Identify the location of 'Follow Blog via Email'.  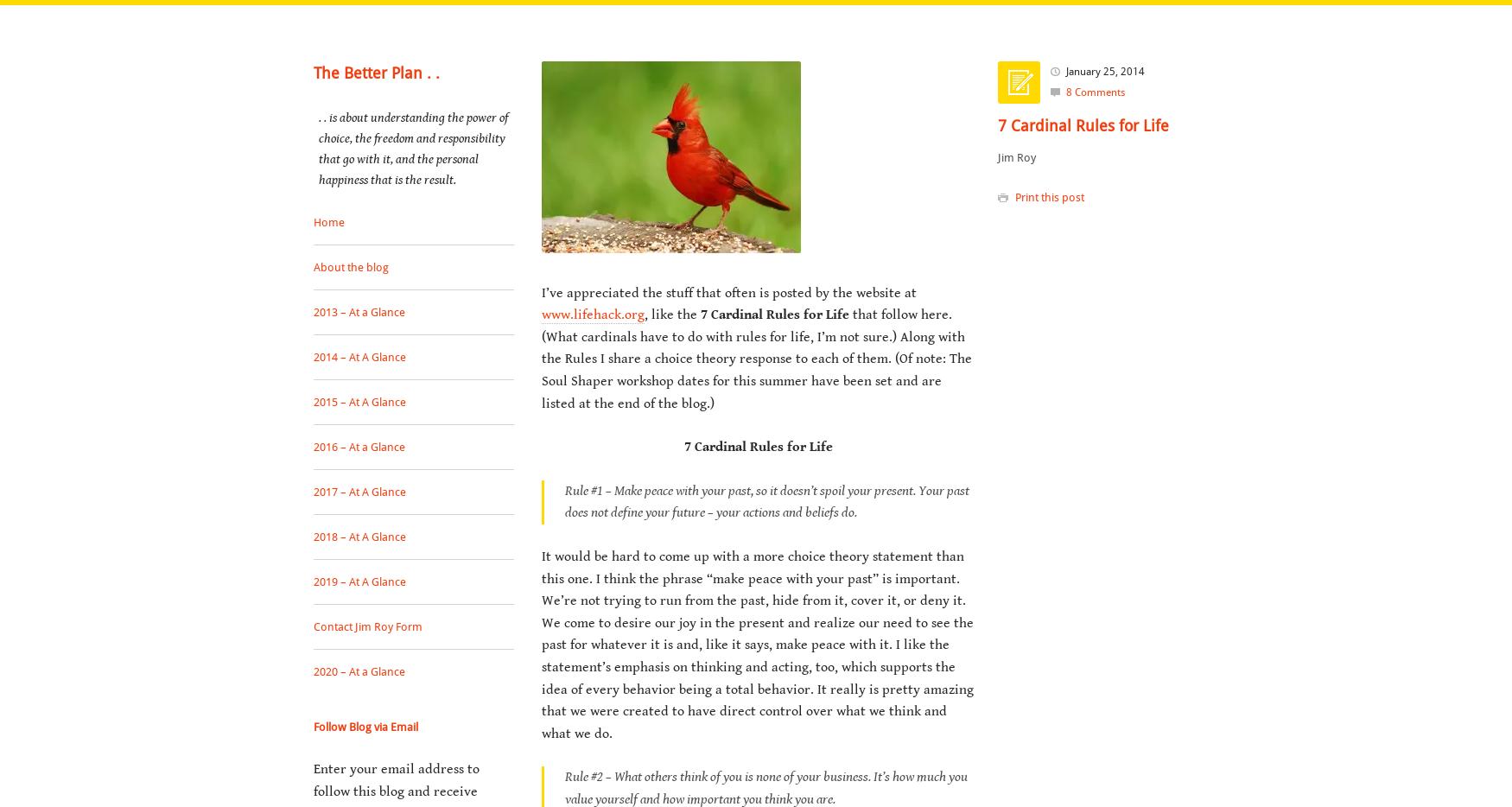
(365, 726).